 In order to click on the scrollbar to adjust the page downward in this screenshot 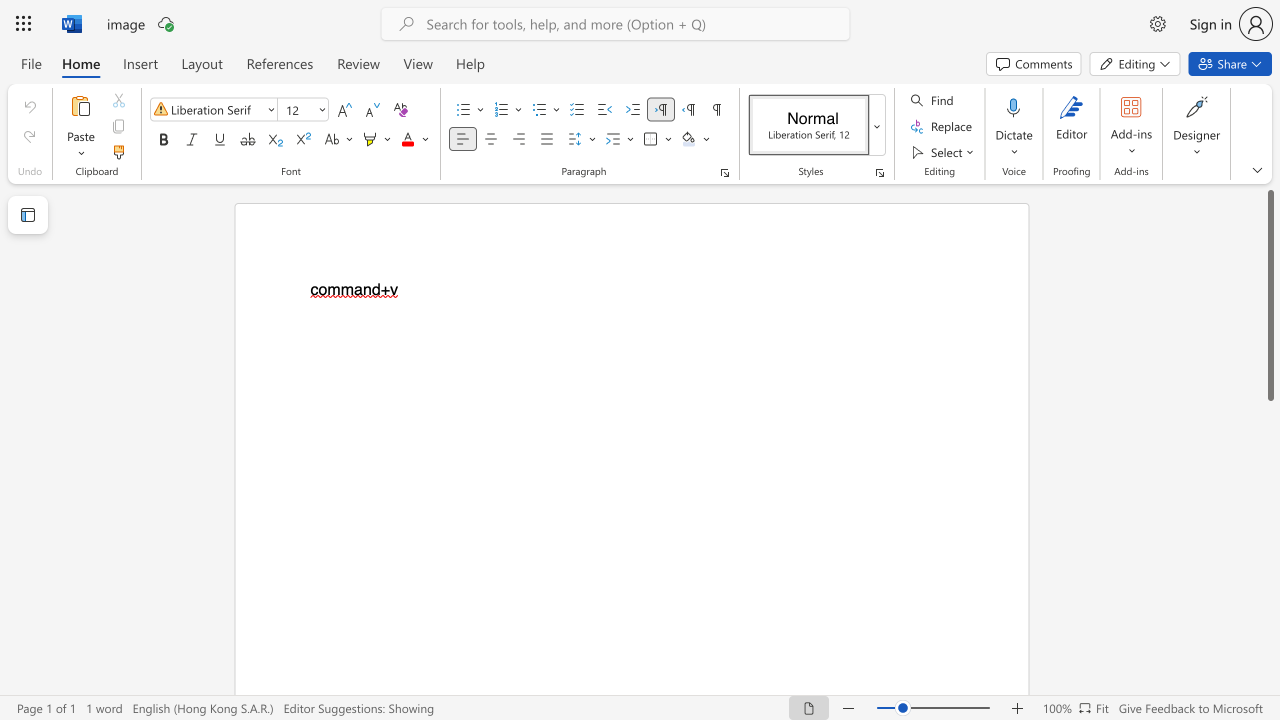, I will do `click(1269, 550)`.